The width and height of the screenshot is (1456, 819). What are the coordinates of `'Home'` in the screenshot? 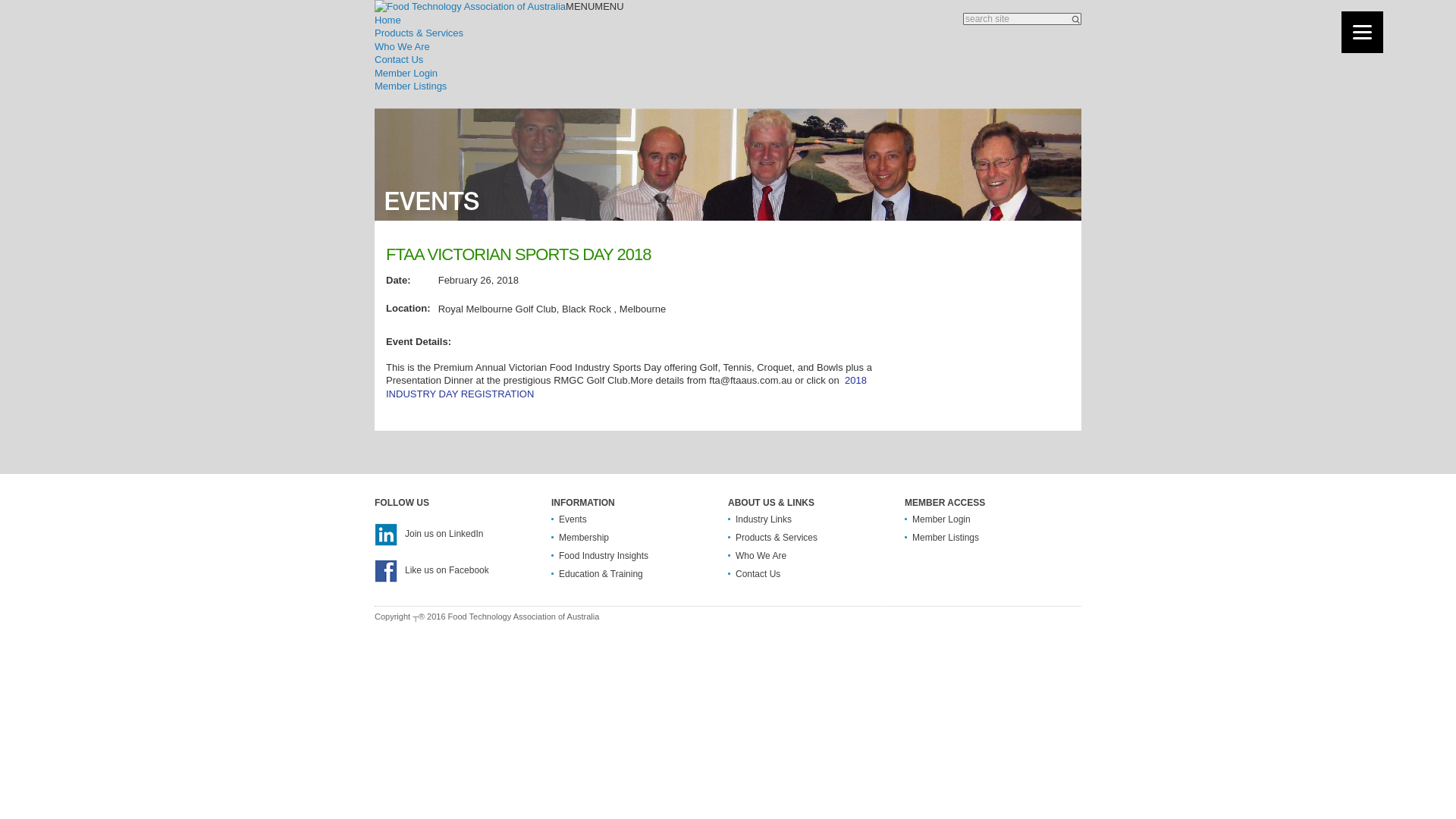 It's located at (388, 20).